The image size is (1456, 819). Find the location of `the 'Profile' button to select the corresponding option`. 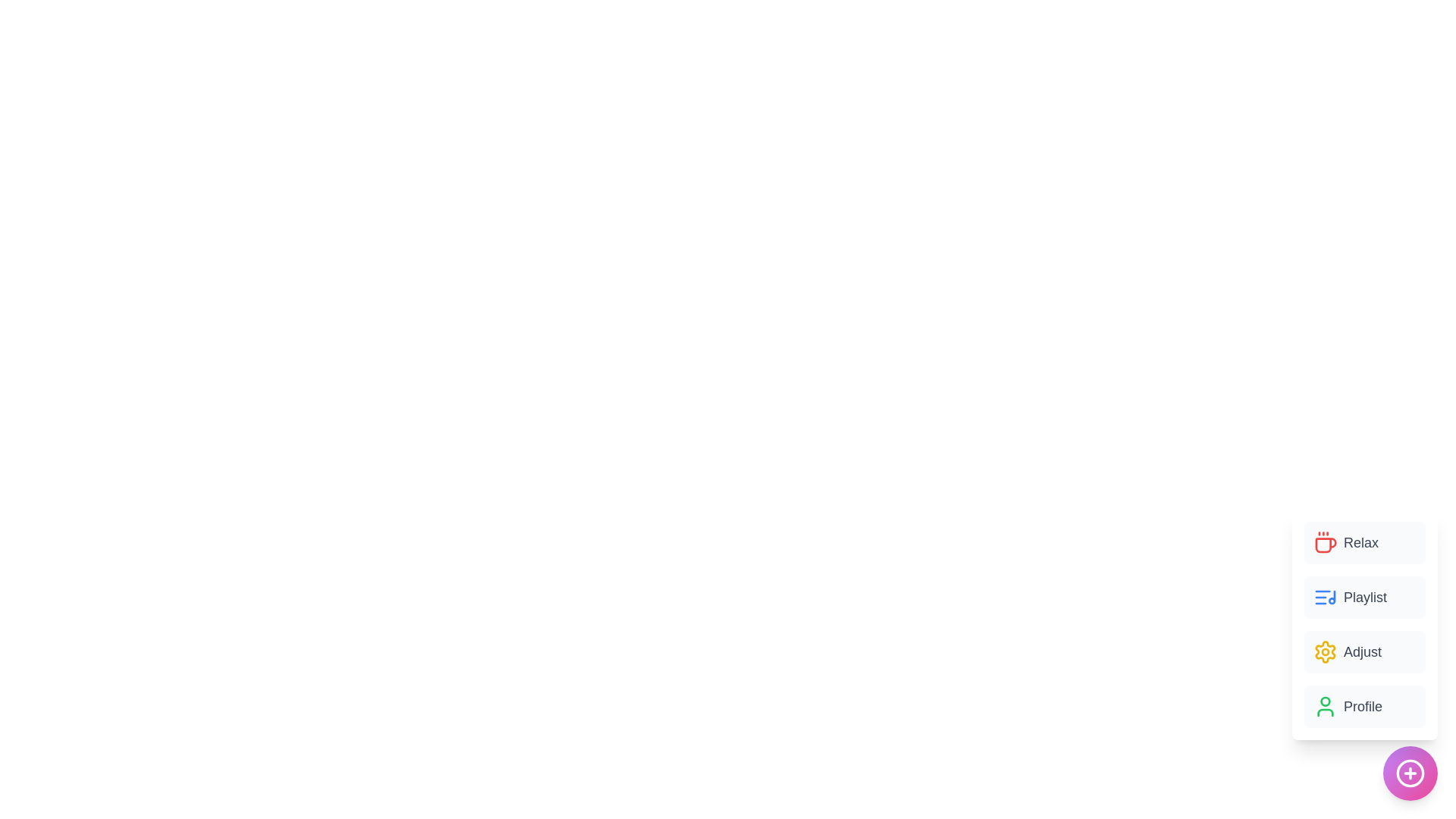

the 'Profile' button to select the corresponding option is located at coordinates (1365, 707).